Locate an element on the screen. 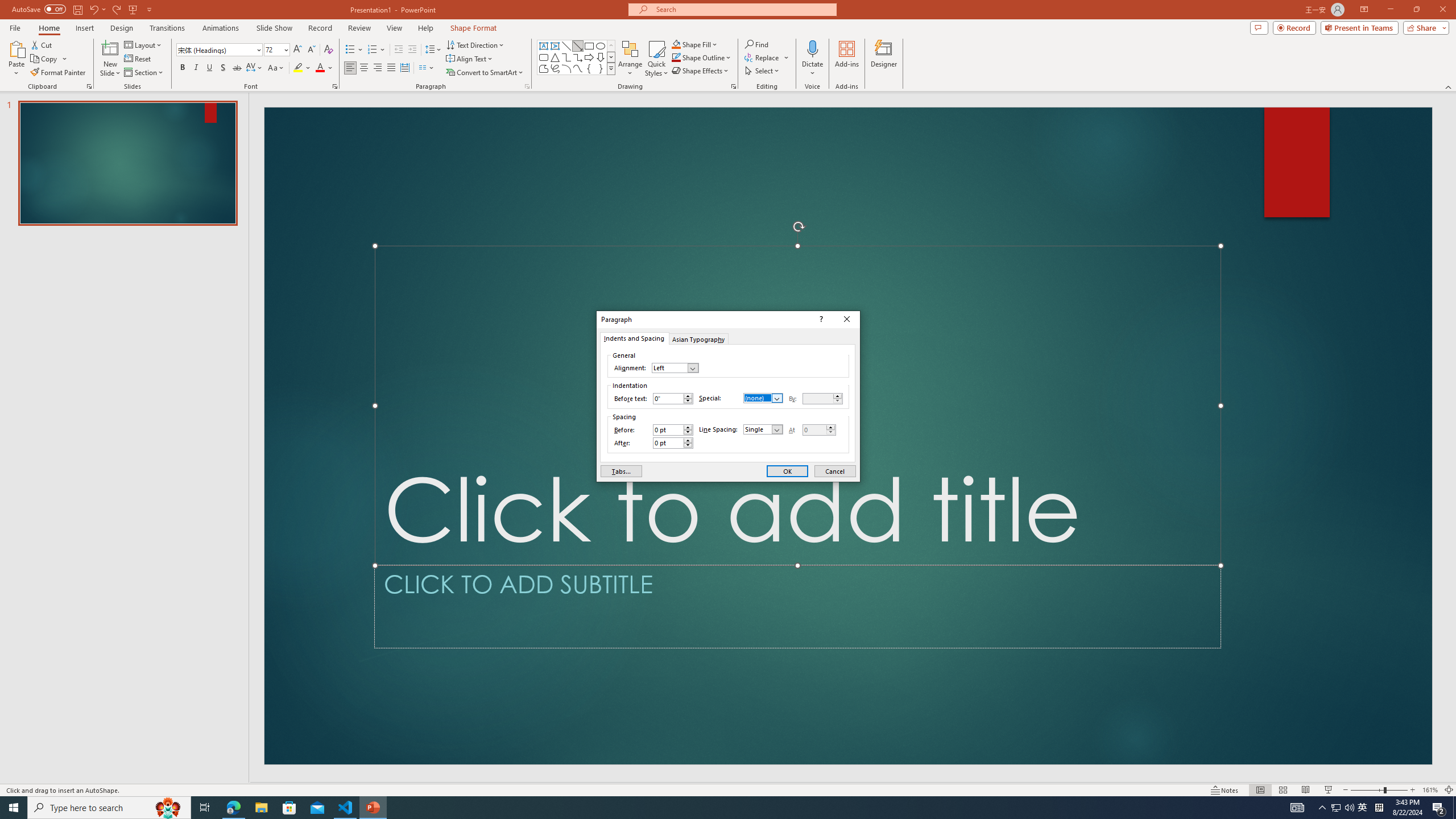 The image size is (1456, 819). 'Shadow' is located at coordinates (222, 67).